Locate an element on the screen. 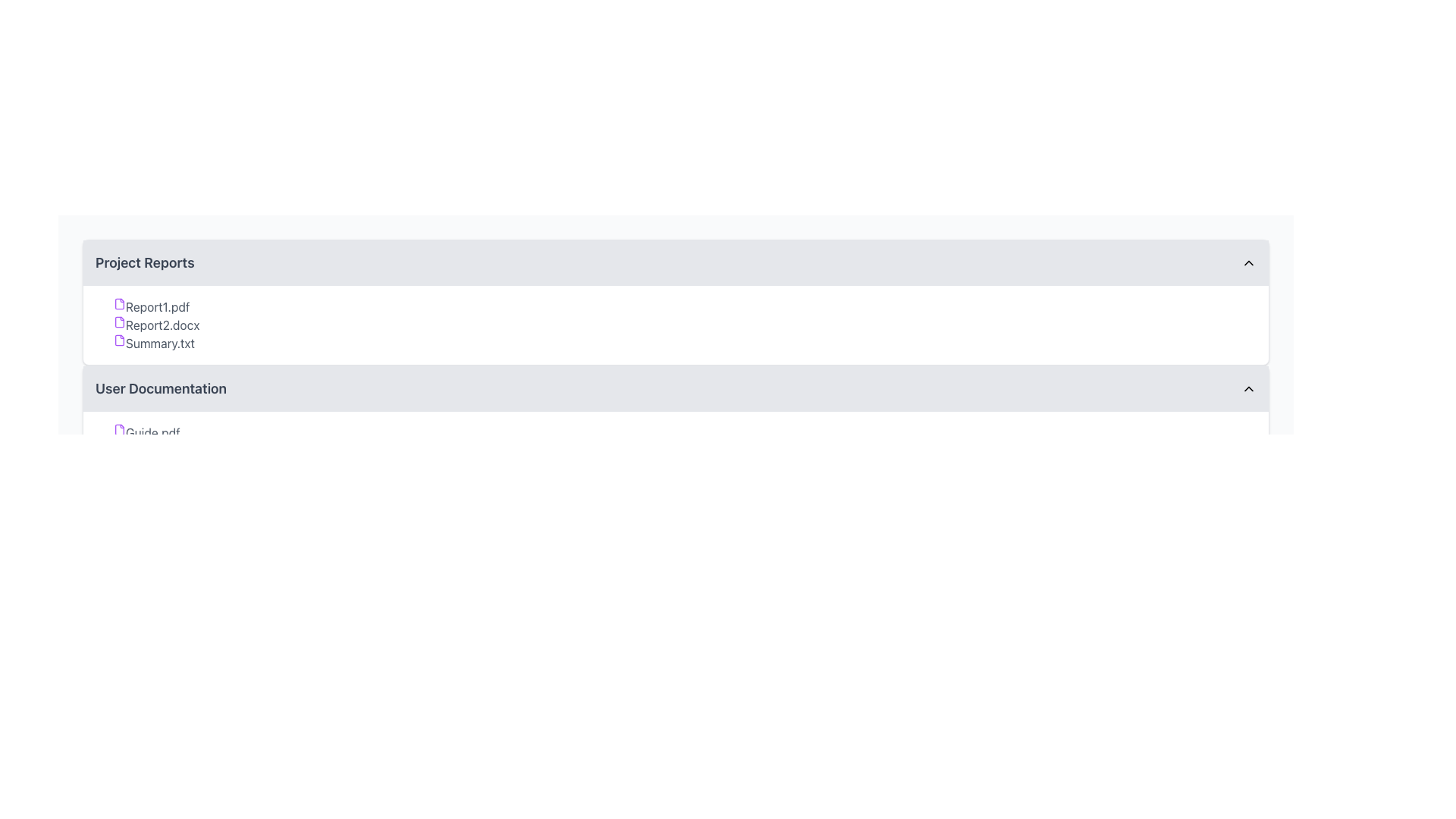 Image resolution: width=1456 pixels, height=819 pixels. the small purple outlined file icon located to the left of the text 'Report1.pdf' under the 'Project Reports' section is located at coordinates (119, 304).